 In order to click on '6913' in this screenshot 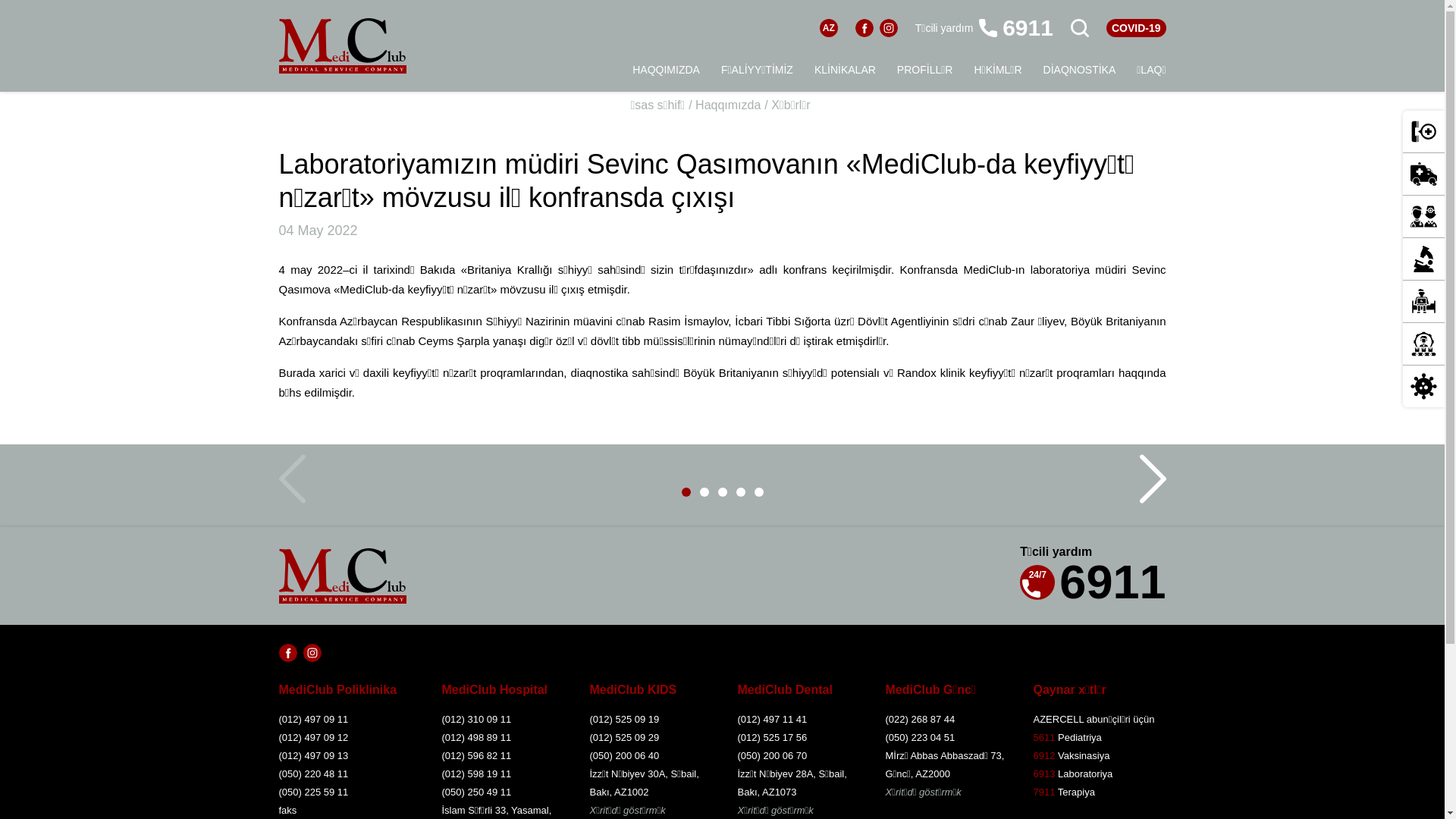, I will do `click(1043, 773)`.